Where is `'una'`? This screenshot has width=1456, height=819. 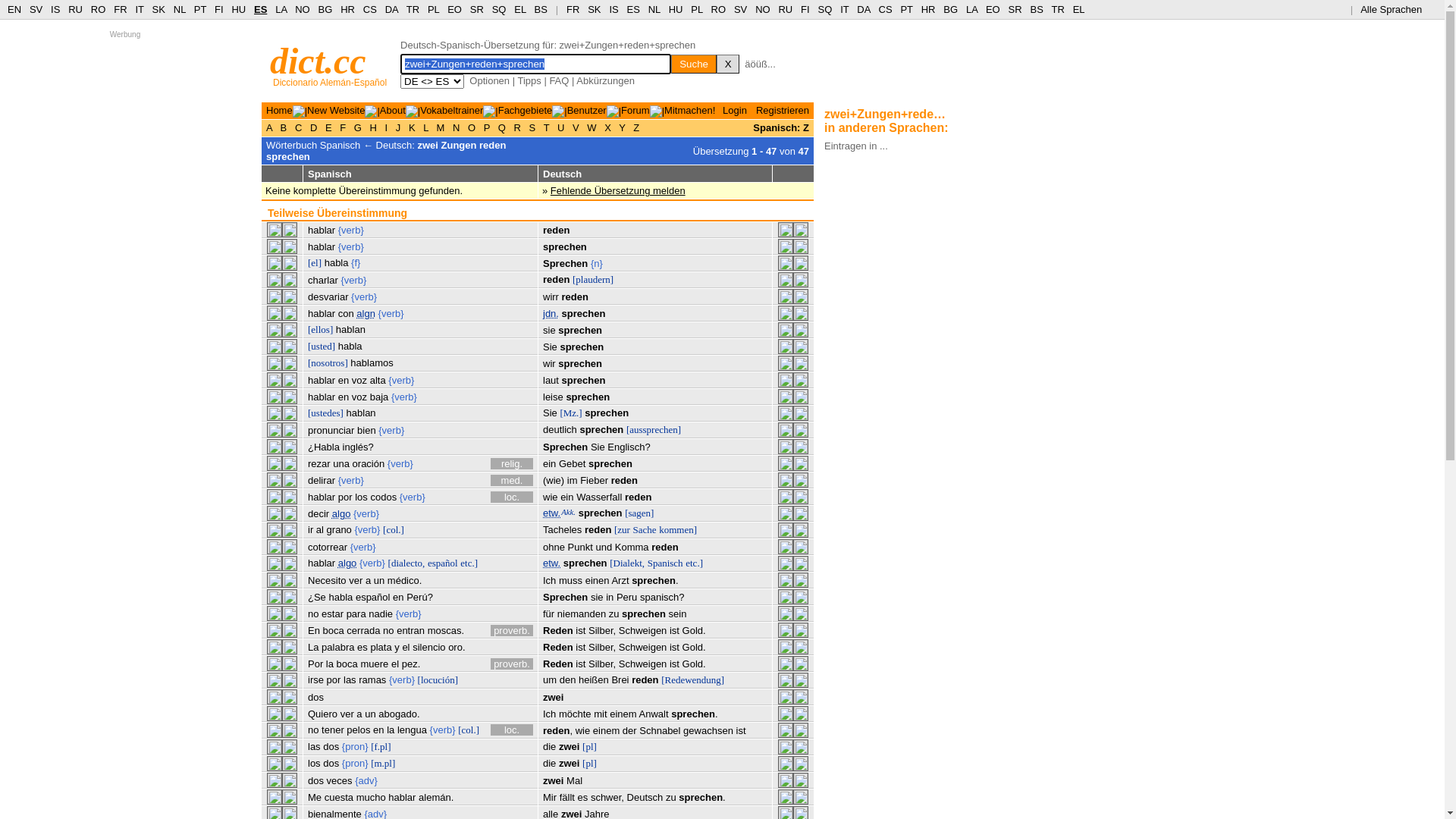 'una' is located at coordinates (340, 463).